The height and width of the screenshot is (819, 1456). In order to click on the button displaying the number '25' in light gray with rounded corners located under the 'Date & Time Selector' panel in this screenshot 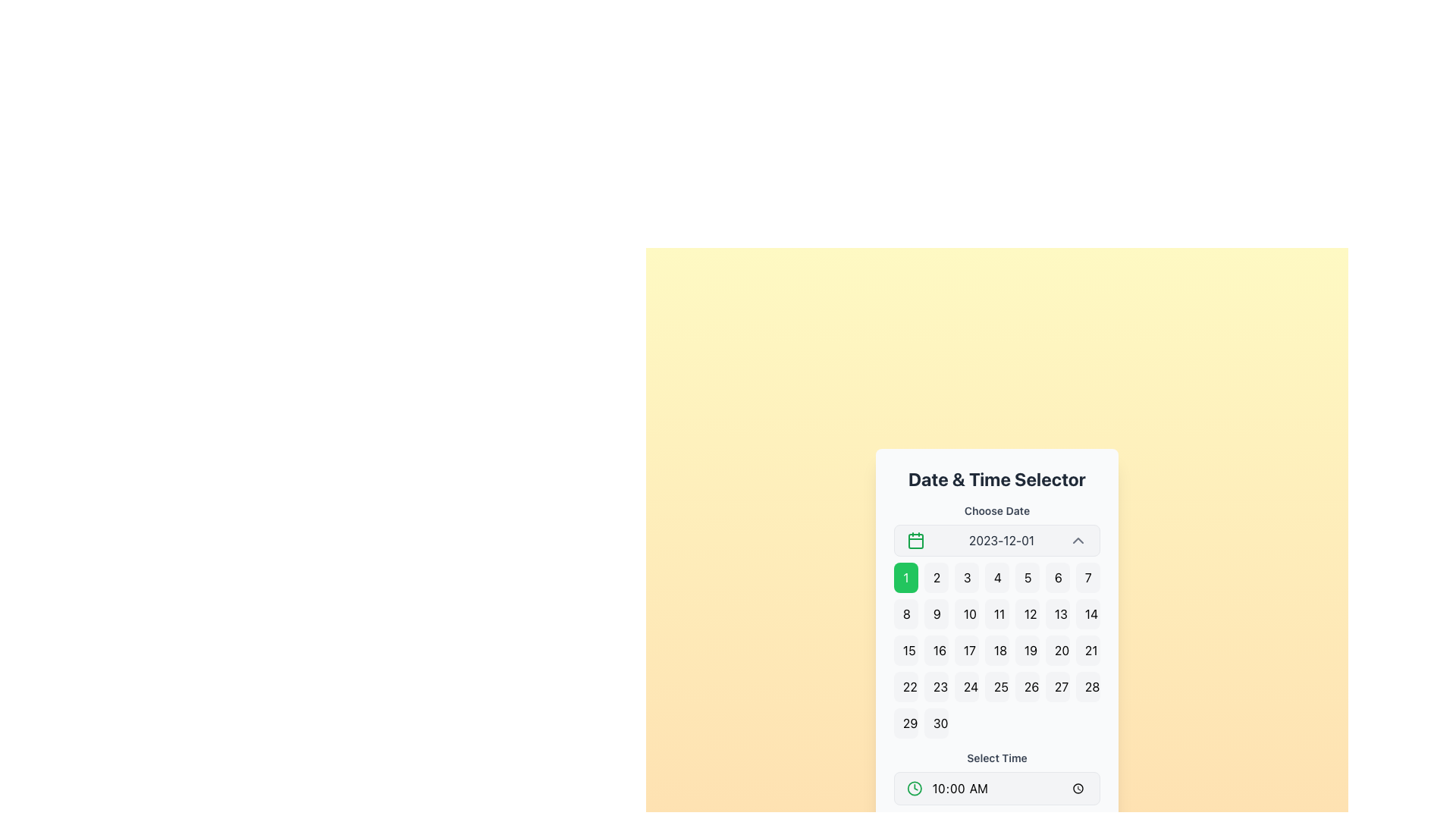, I will do `click(997, 687)`.